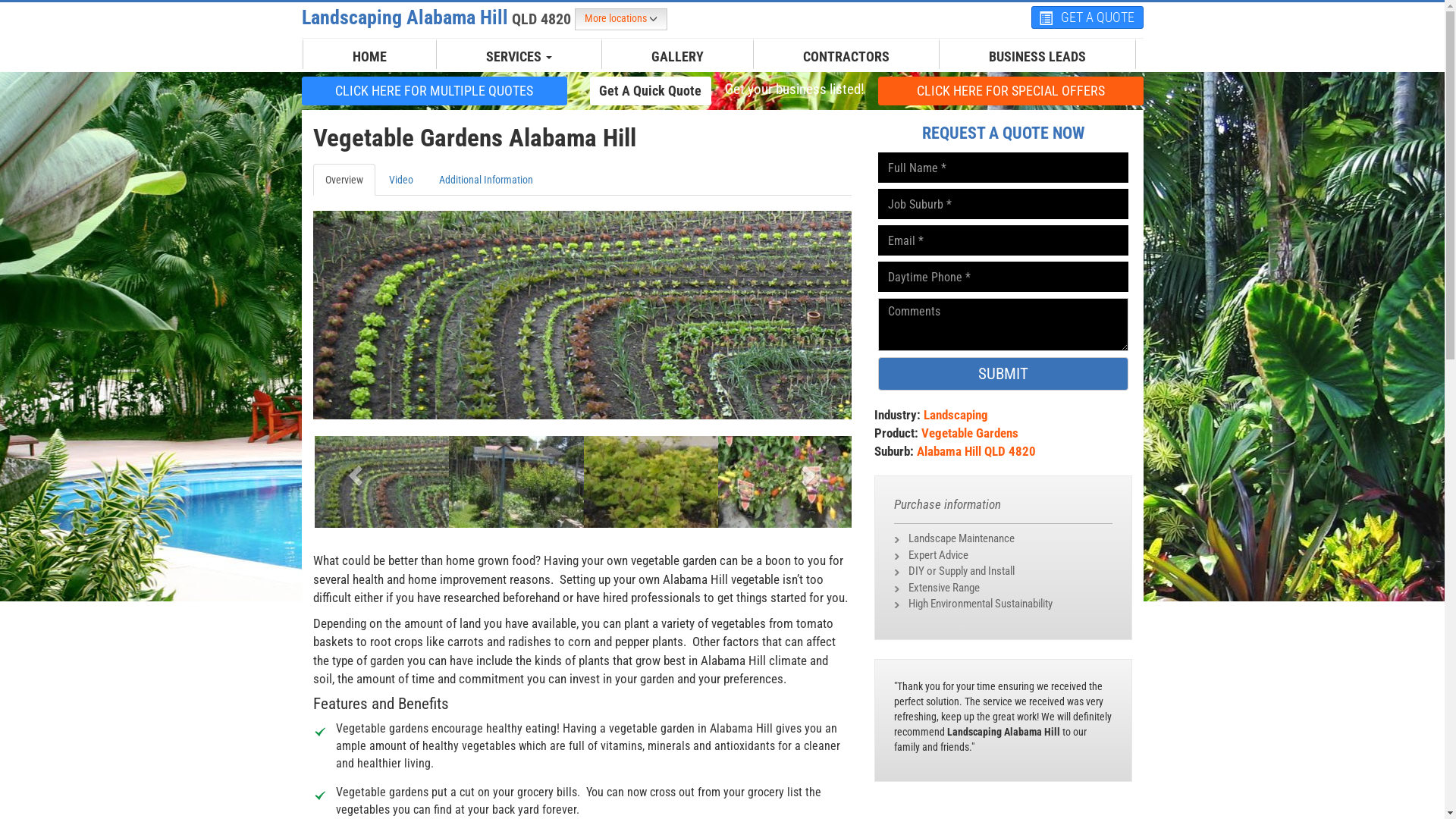 This screenshot has width=1456, height=819. I want to click on 'CONTRACTORS', so click(846, 55).